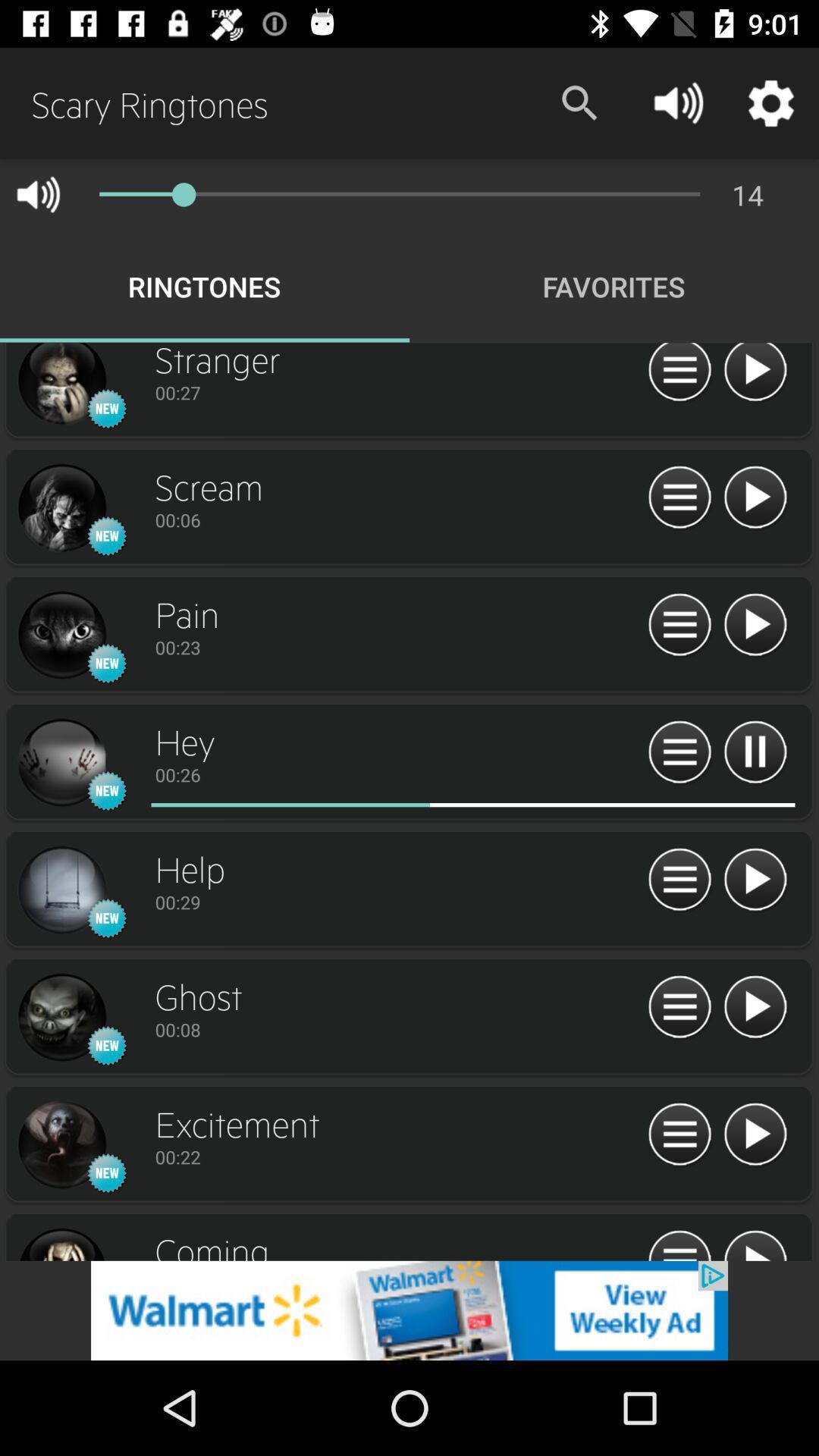 The height and width of the screenshot is (1456, 819). I want to click on playe, so click(755, 626).